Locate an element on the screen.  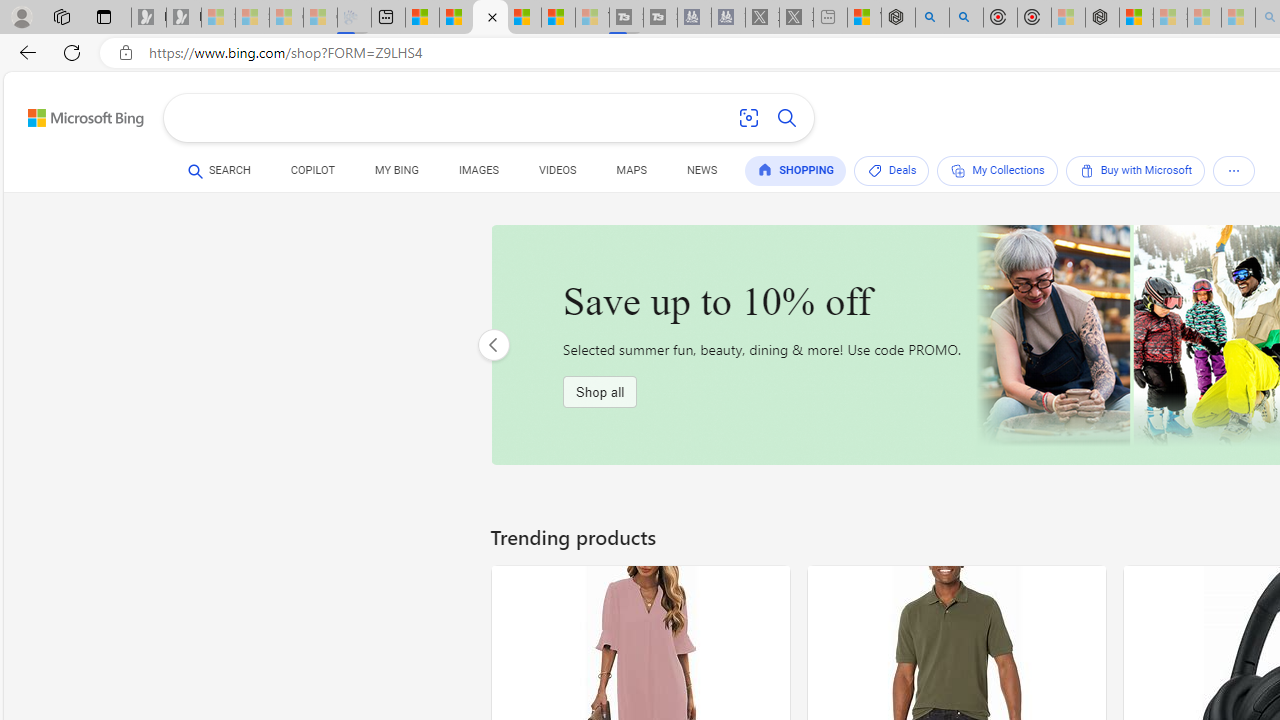
'Search button' is located at coordinates (785, 118).